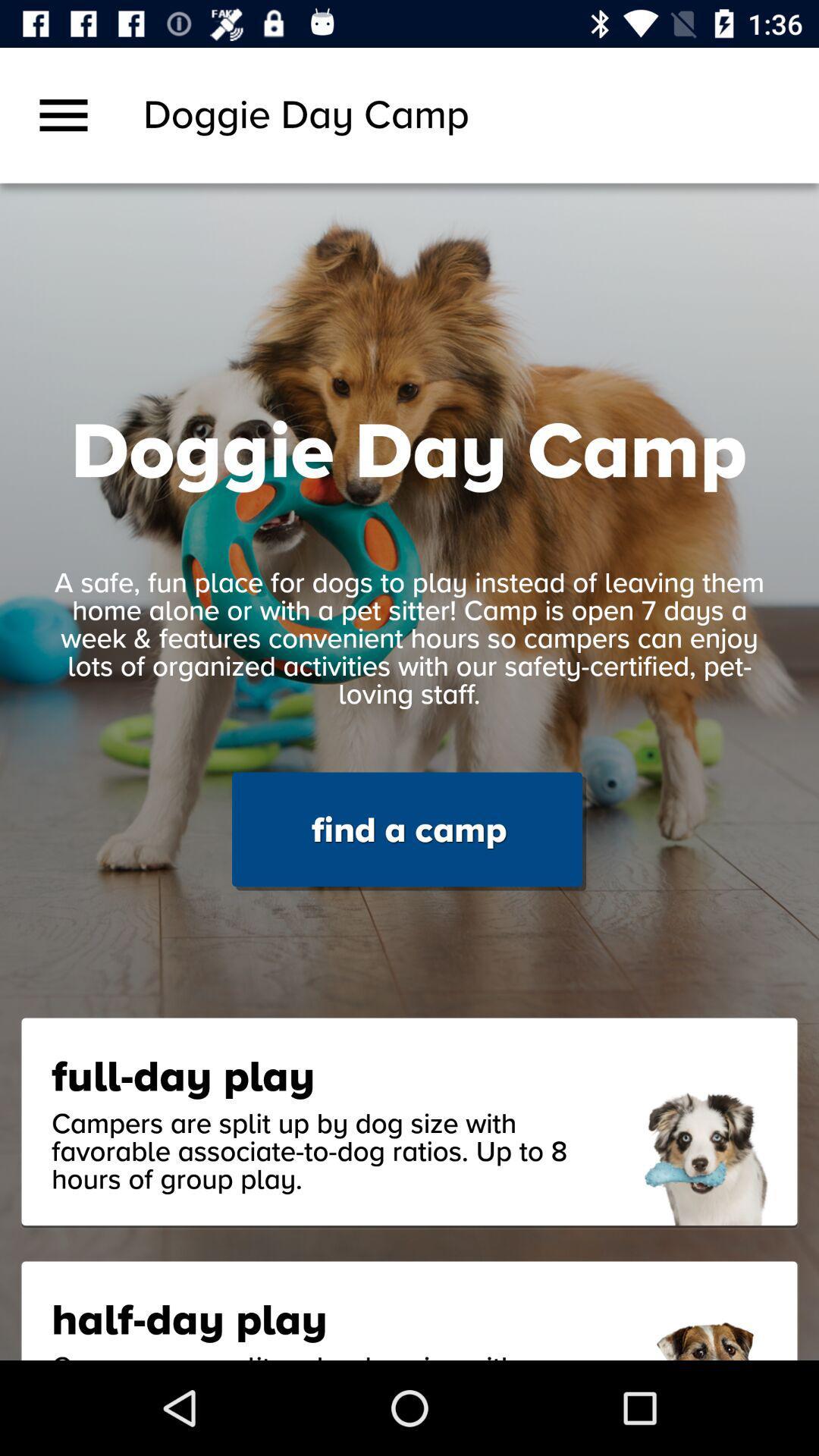 This screenshot has height=1456, width=819. What do you see at coordinates (63, 115) in the screenshot?
I see `icon to the left of doggie day camp icon` at bounding box center [63, 115].